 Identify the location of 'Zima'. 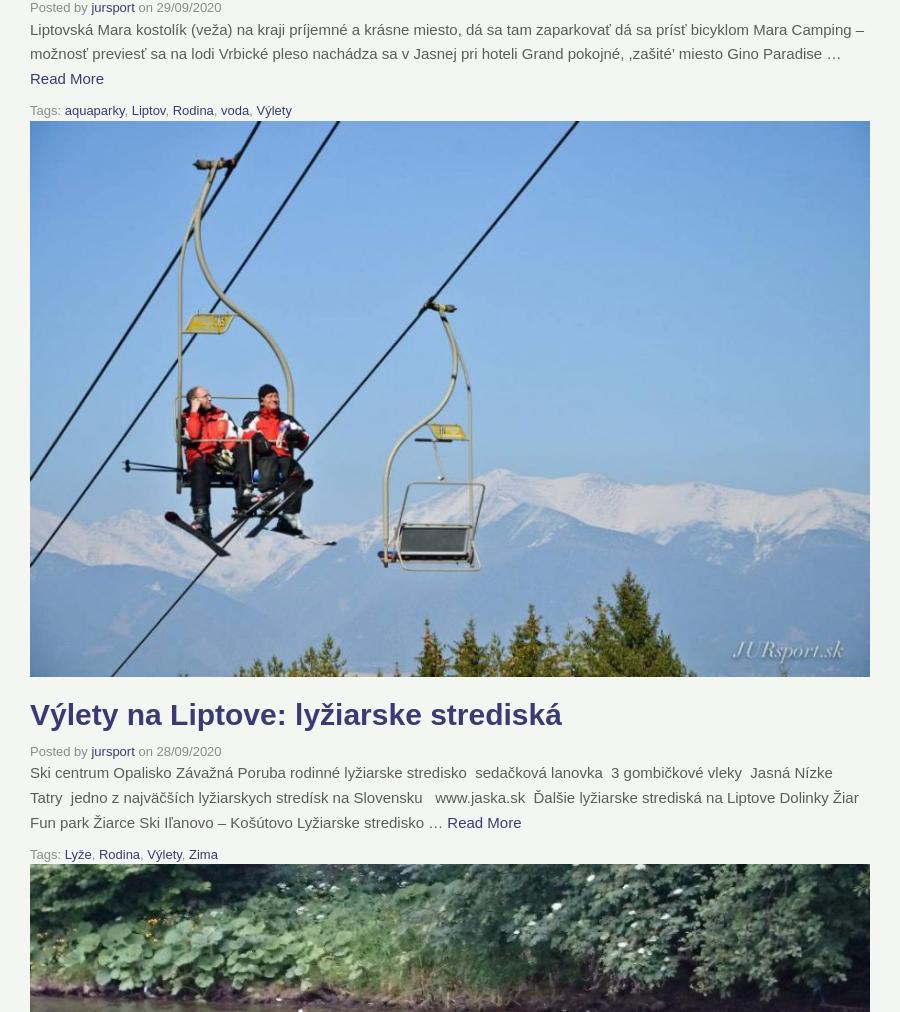
(189, 852).